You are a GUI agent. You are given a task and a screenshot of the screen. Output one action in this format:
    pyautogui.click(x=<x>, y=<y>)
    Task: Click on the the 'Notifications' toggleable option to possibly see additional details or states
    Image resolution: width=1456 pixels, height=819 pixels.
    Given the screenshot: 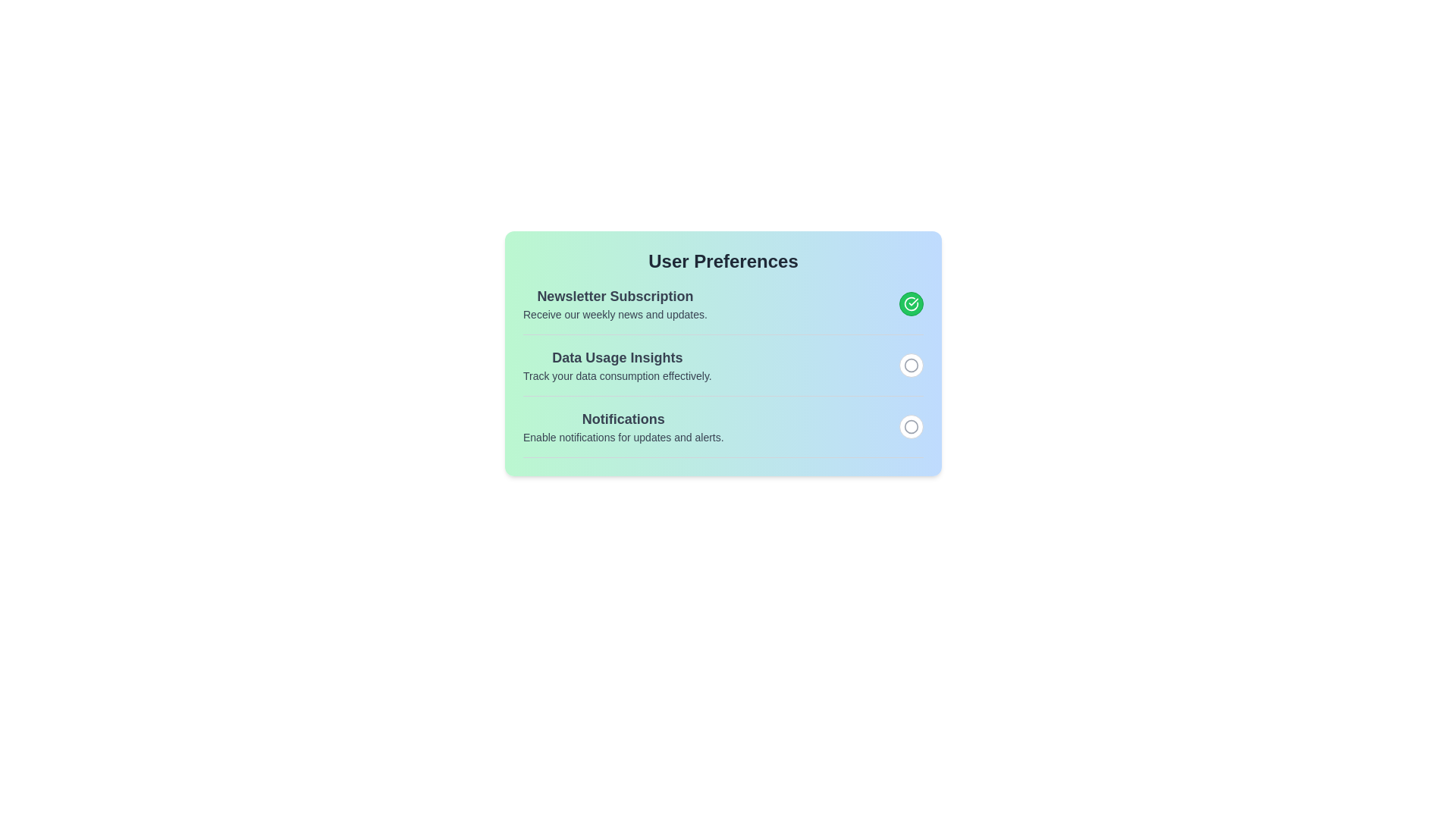 What is the action you would take?
    pyautogui.click(x=723, y=433)
    